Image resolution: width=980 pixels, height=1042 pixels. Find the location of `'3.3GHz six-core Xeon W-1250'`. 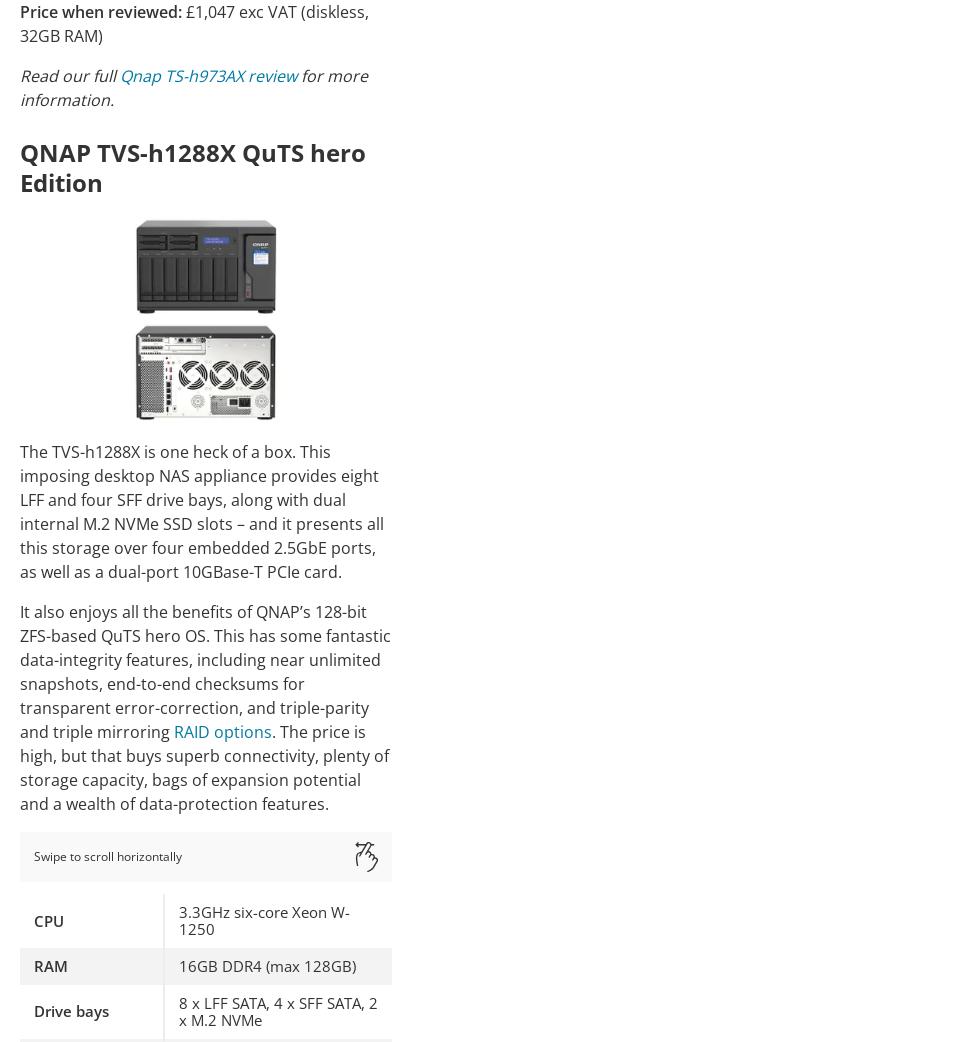

'3.3GHz six-core Xeon W-1250' is located at coordinates (264, 919).